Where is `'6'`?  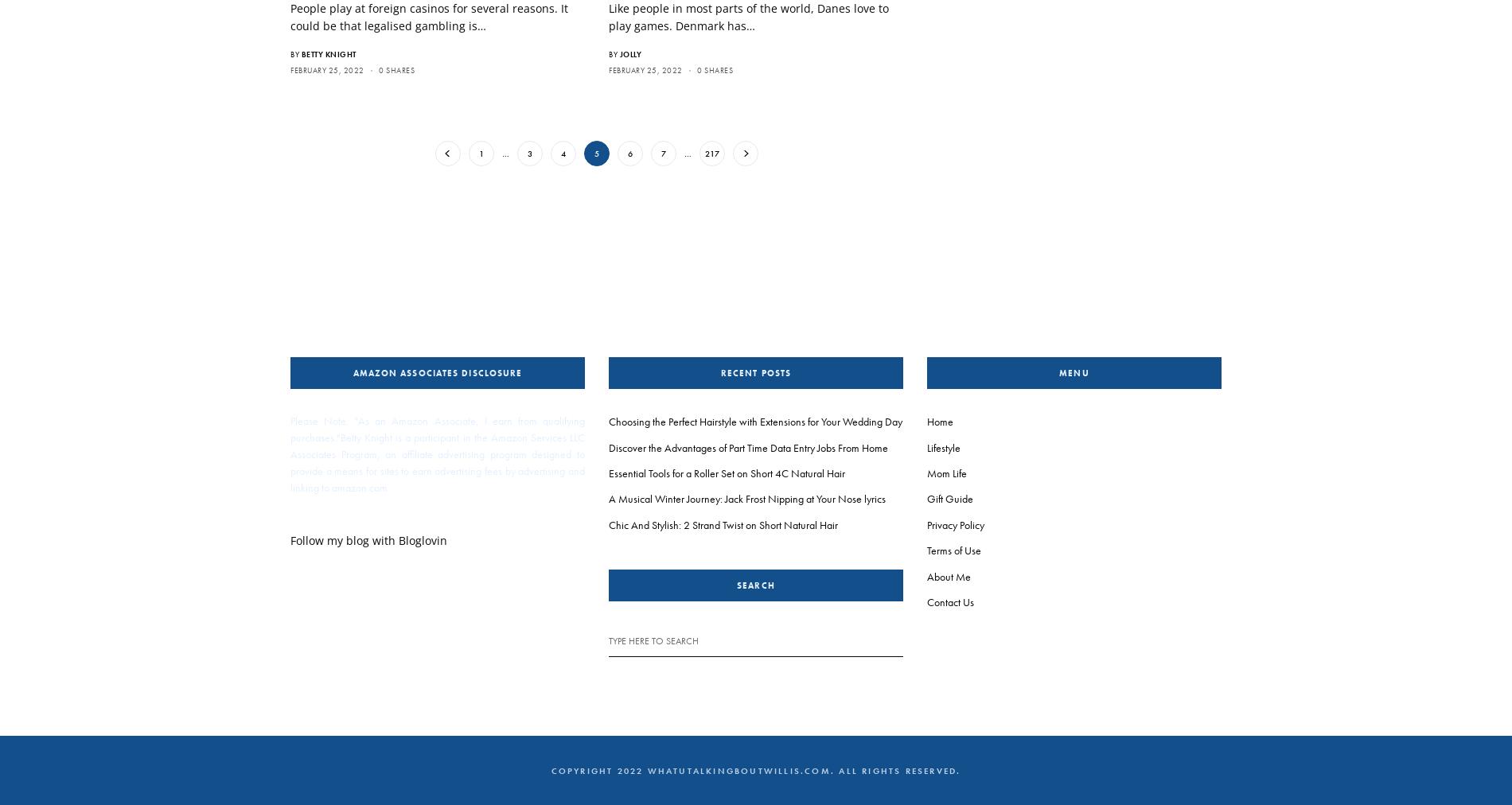
'6' is located at coordinates (629, 153).